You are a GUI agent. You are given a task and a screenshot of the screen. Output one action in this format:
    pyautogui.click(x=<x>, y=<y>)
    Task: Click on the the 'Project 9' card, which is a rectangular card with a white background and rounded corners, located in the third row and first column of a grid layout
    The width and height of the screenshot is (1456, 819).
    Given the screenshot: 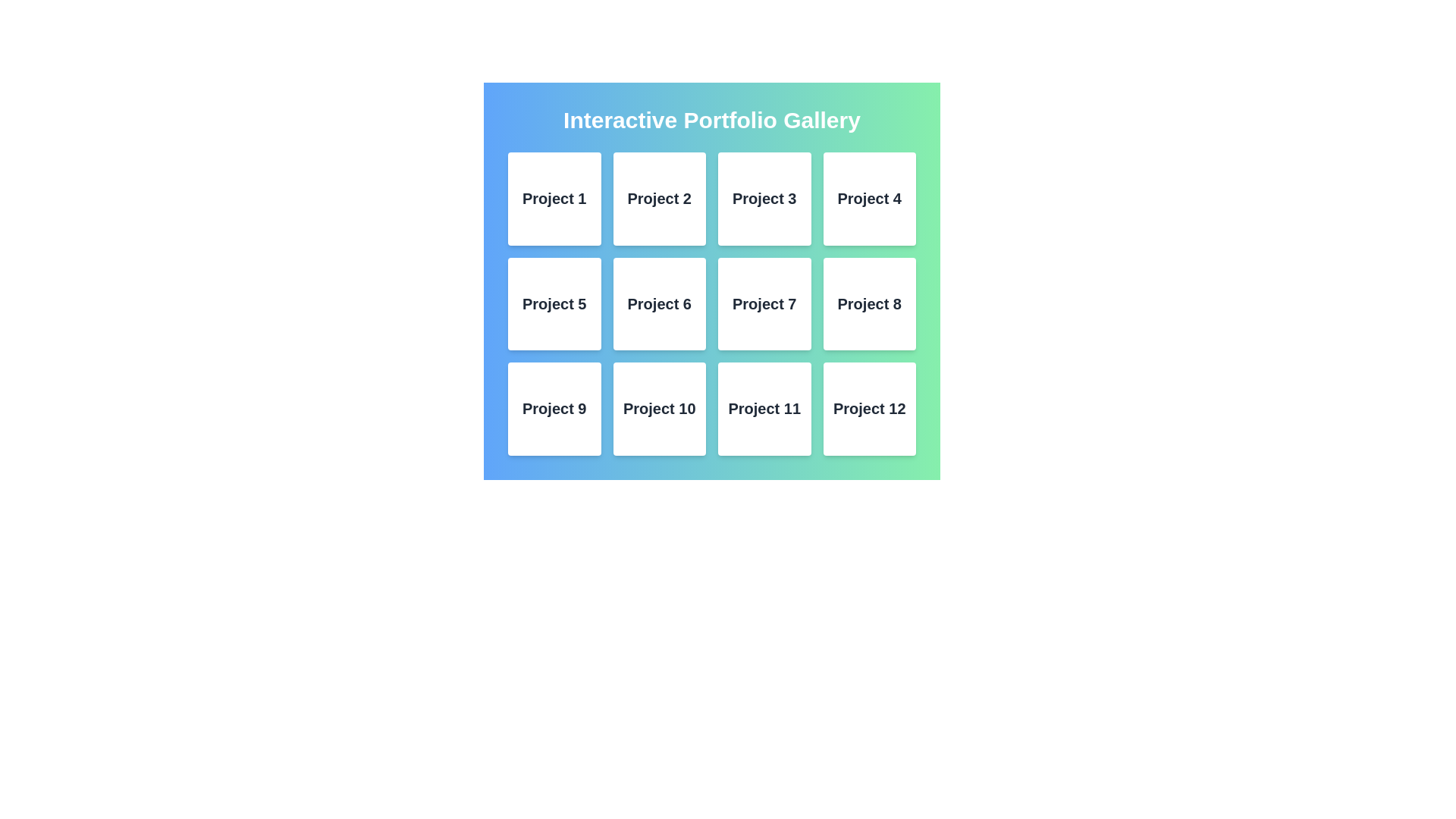 What is the action you would take?
    pyautogui.click(x=554, y=408)
    